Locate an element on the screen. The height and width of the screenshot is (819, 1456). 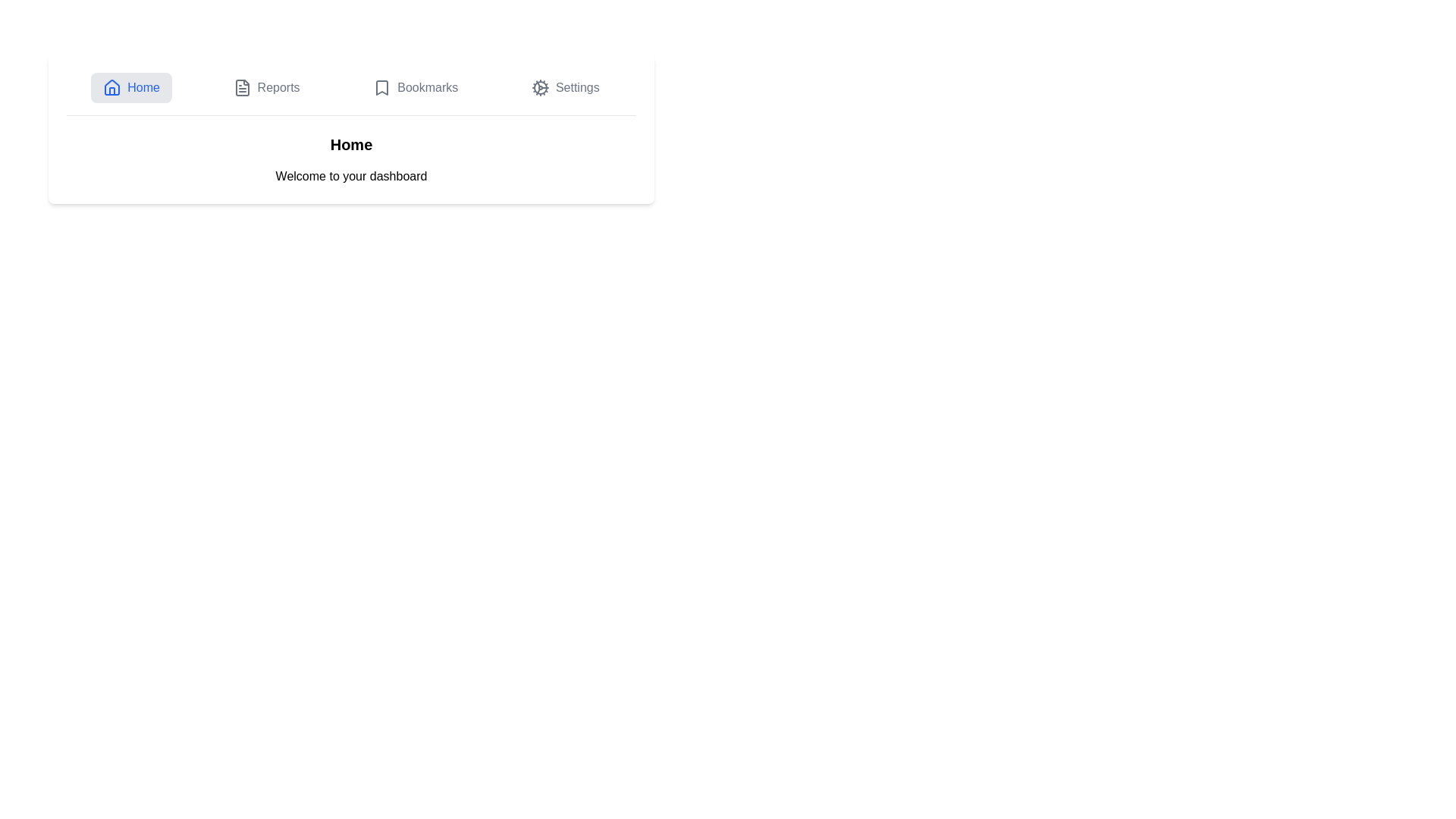
the 'Bookmarks' icon in the navigation bar is located at coordinates (382, 87).